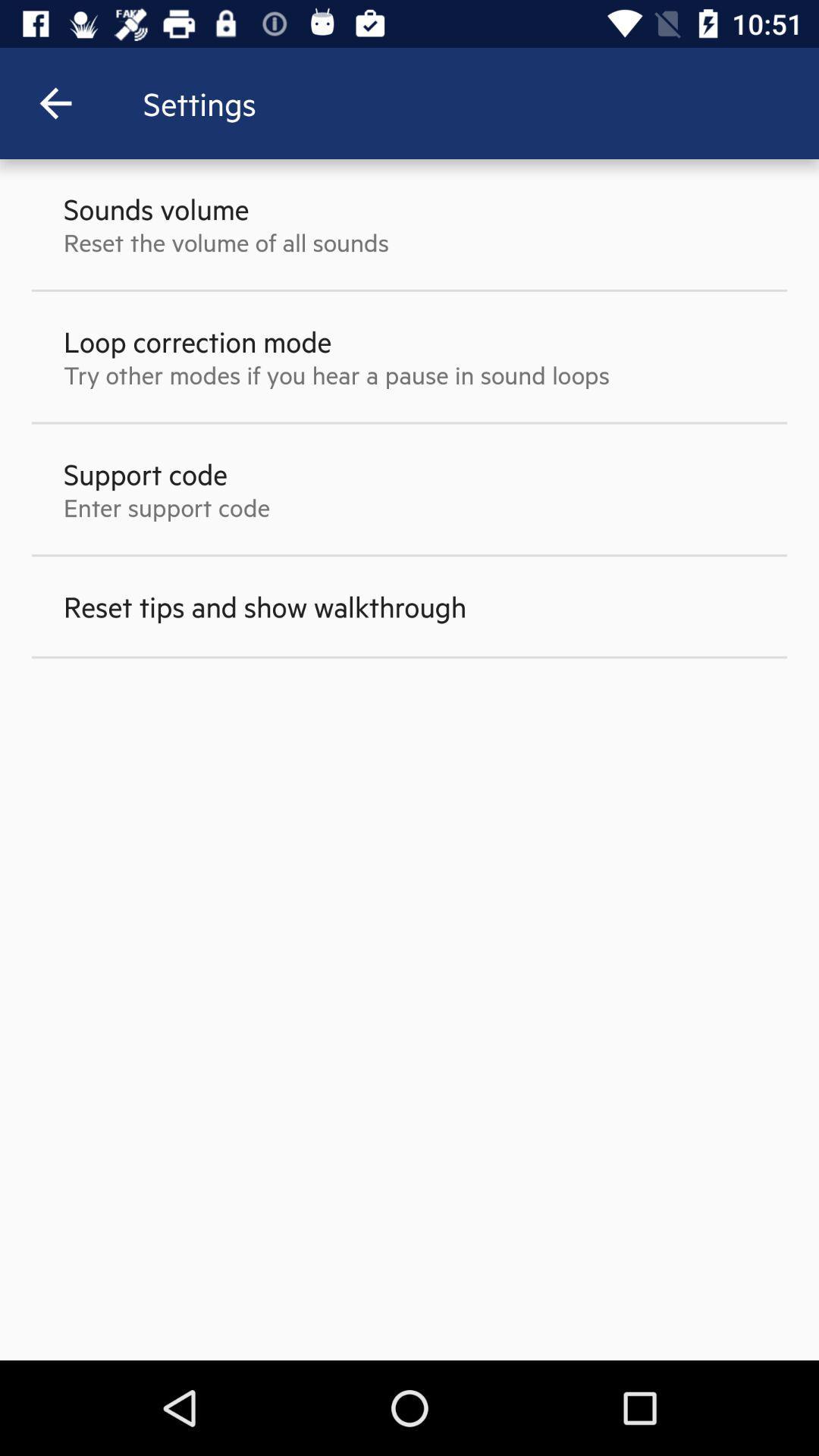 Image resolution: width=819 pixels, height=1456 pixels. What do you see at coordinates (55, 102) in the screenshot?
I see `icon above the sounds volume icon` at bounding box center [55, 102].